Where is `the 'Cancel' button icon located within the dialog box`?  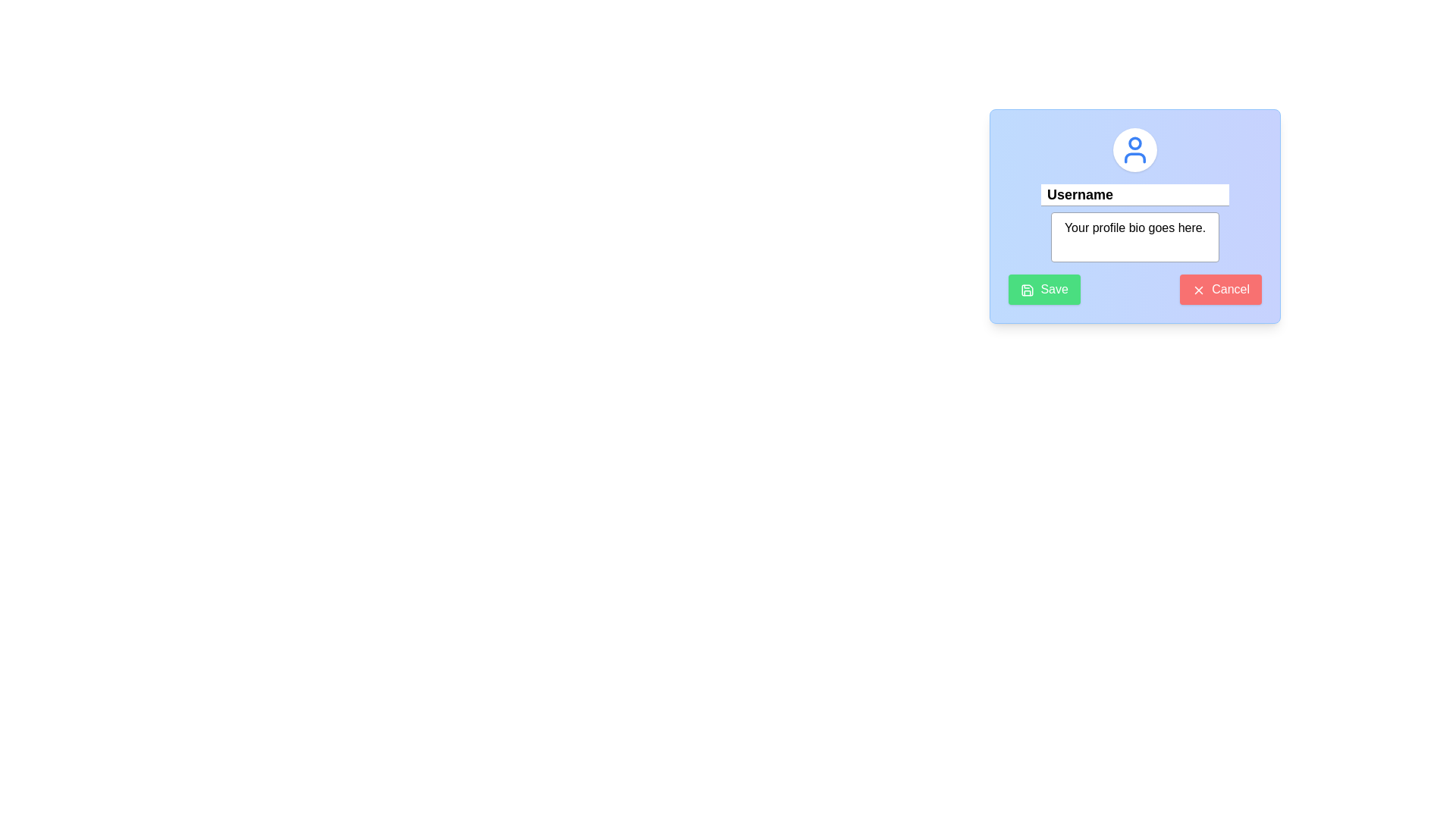
the 'Cancel' button icon located within the dialog box is located at coordinates (1197, 290).